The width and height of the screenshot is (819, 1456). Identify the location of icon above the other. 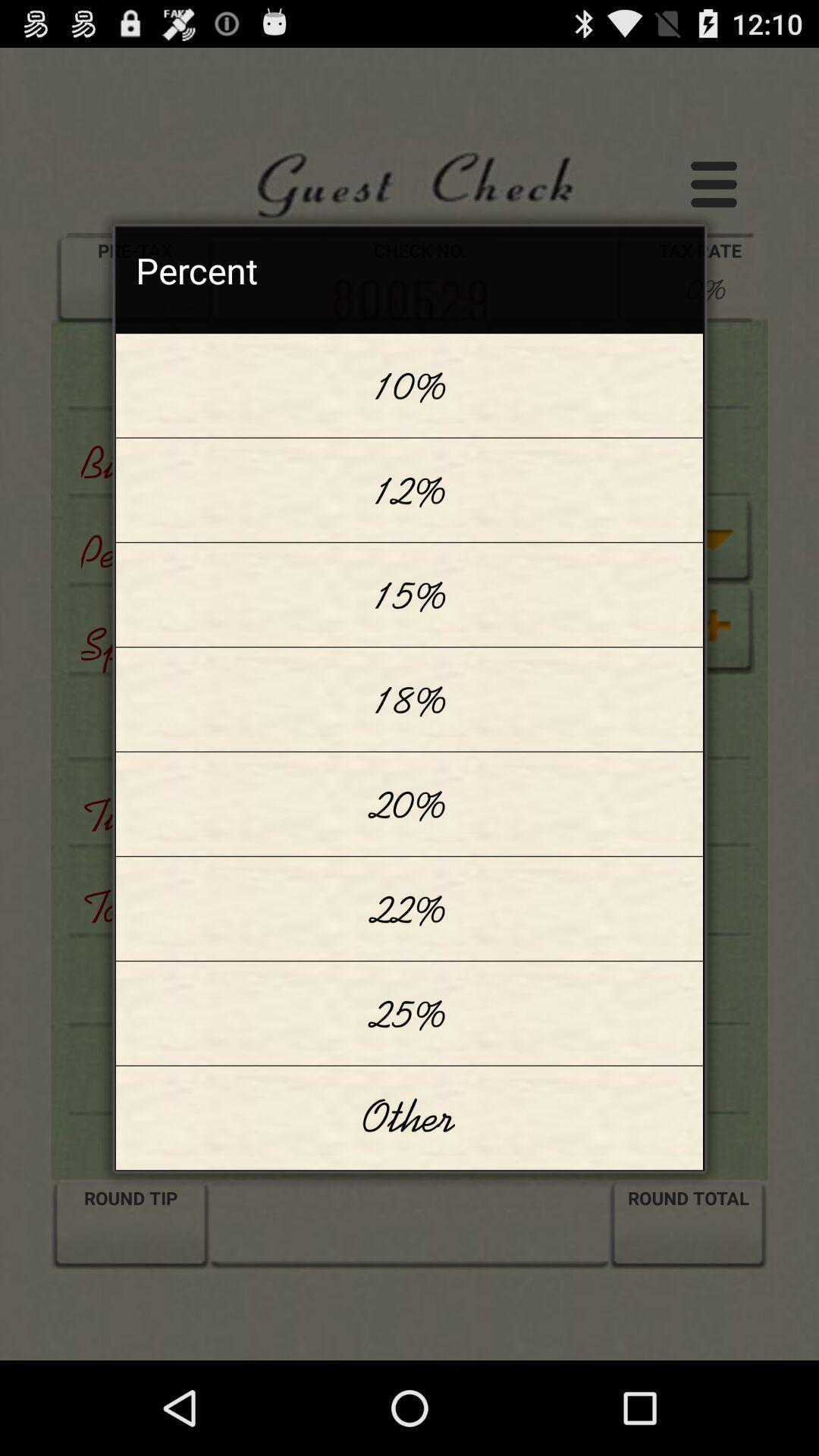
(409, 1013).